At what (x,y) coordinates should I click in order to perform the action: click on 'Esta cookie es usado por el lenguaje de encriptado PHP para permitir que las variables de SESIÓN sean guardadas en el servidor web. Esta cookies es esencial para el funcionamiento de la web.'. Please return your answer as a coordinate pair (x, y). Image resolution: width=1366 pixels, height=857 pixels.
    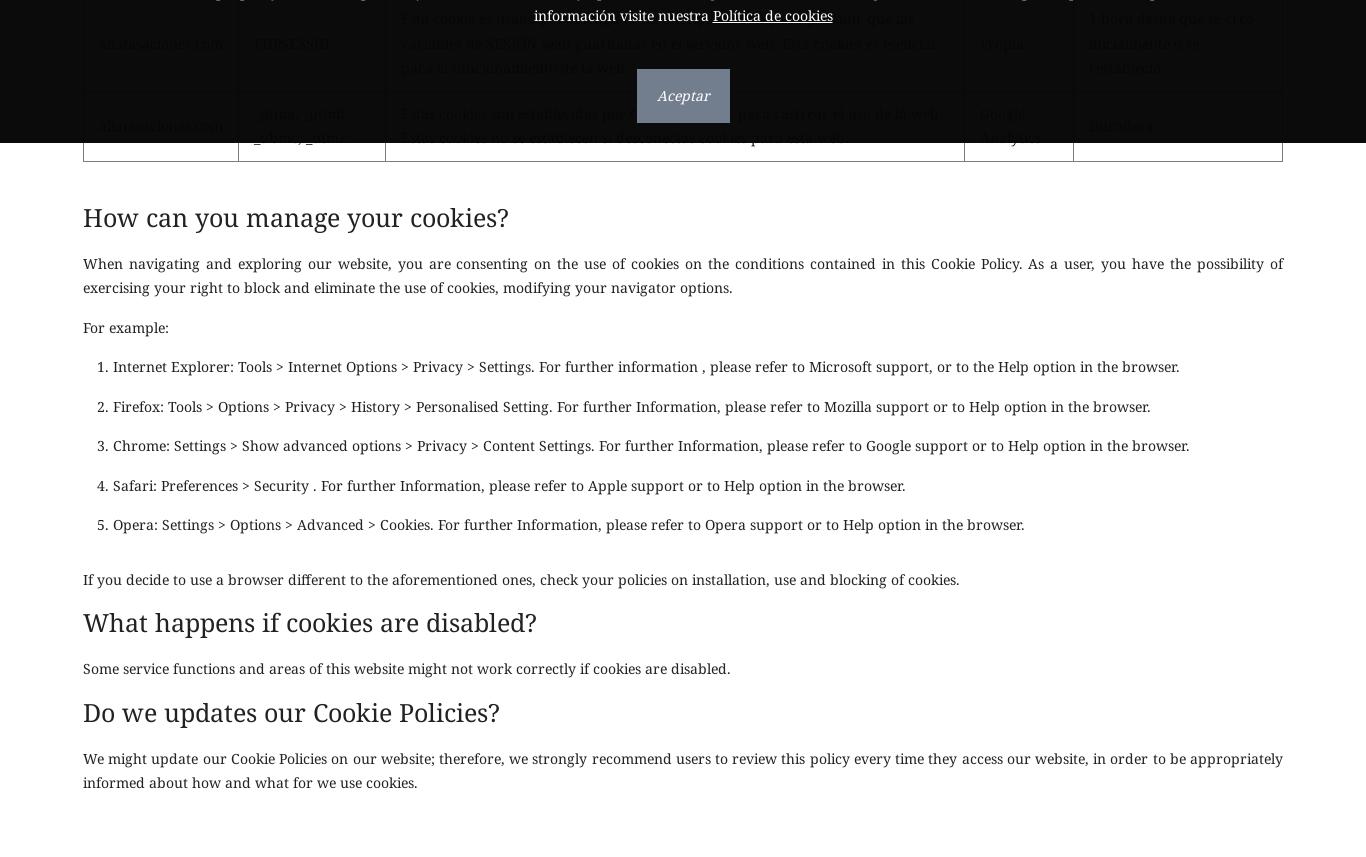
    Looking at the image, I should click on (666, 42).